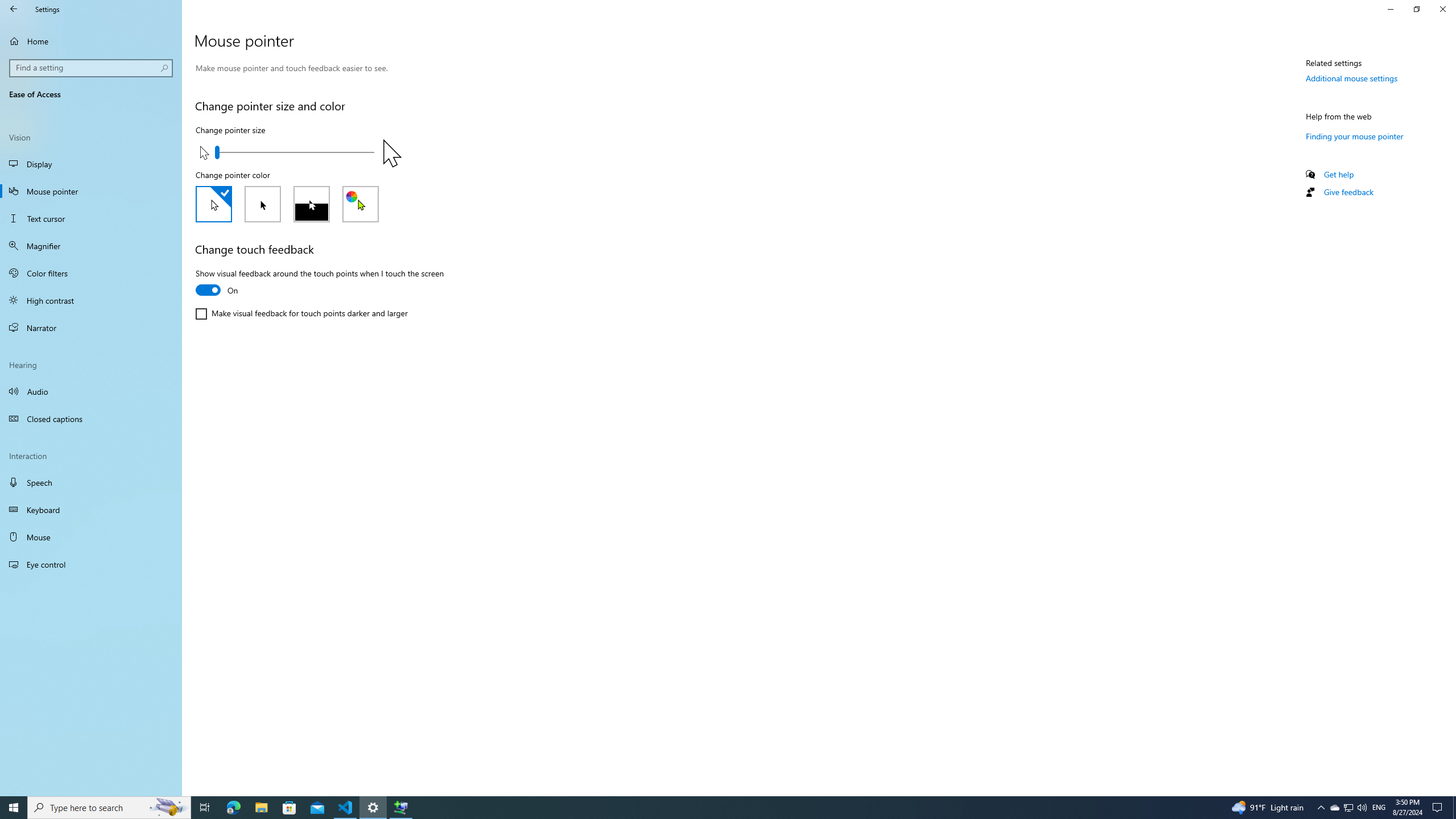 Image resolution: width=1456 pixels, height=819 pixels. What do you see at coordinates (1347, 192) in the screenshot?
I see `'Give feedback'` at bounding box center [1347, 192].